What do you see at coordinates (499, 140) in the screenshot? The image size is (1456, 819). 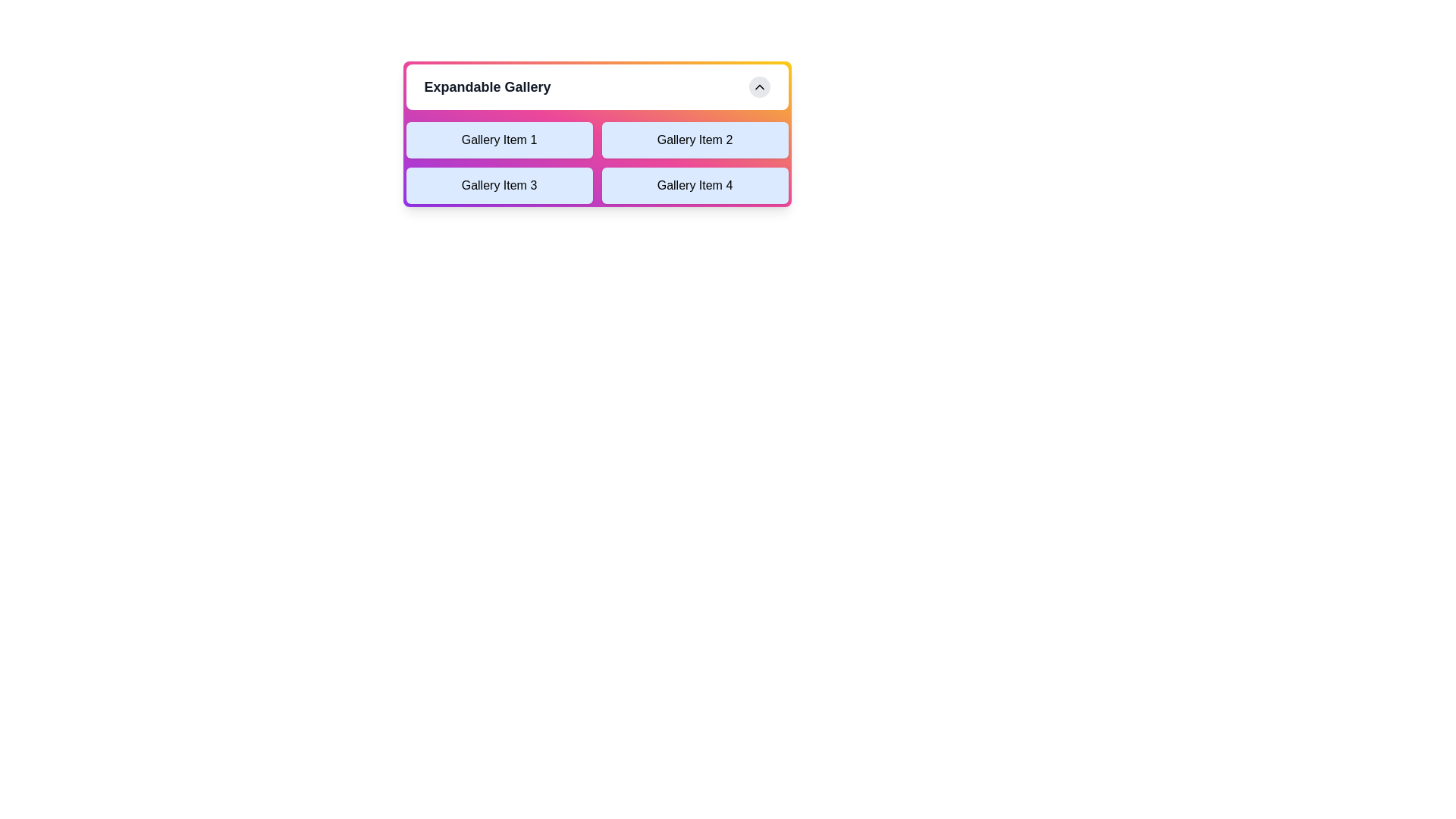 I see `the button that represents 'Gallery Item 1'` at bounding box center [499, 140].